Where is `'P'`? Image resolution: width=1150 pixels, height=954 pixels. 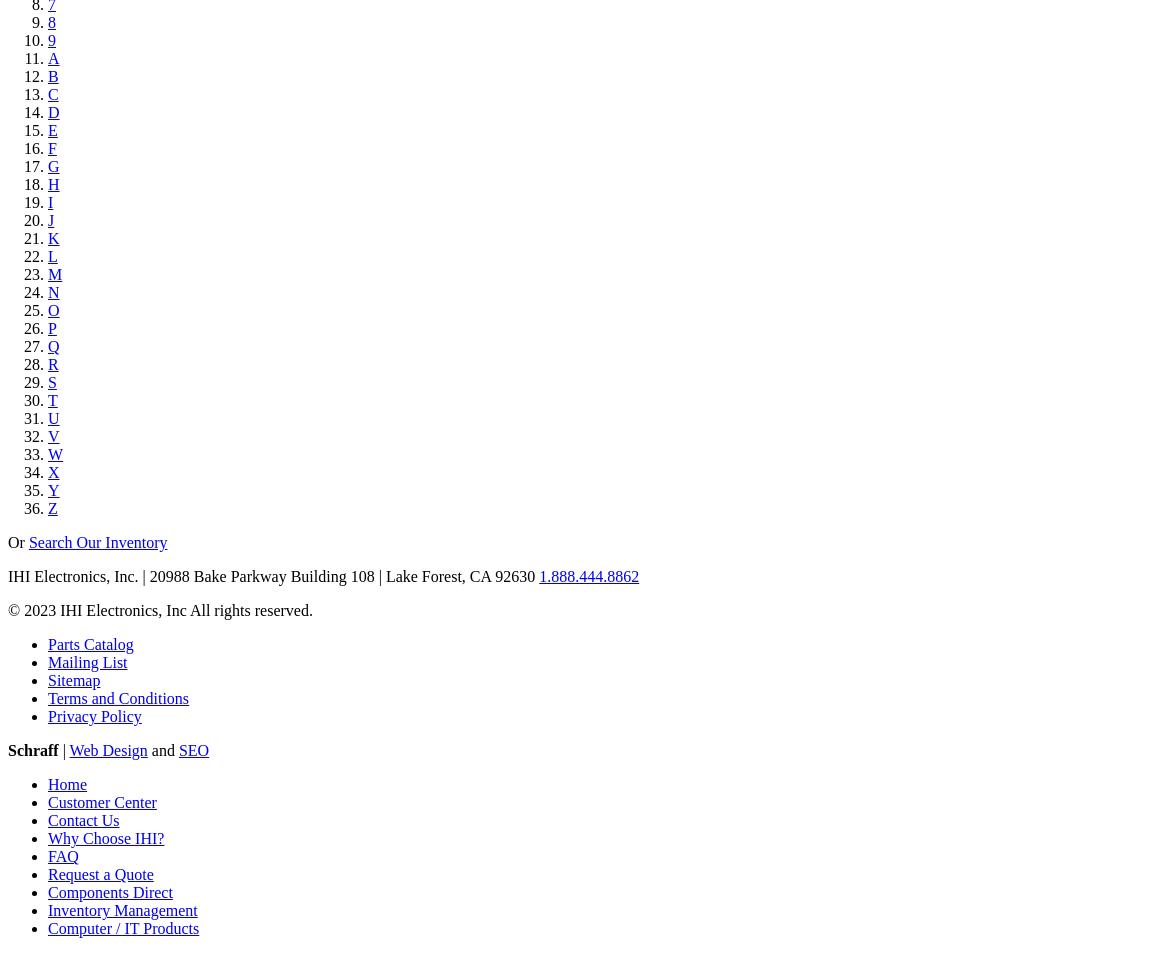
'P' is located at coordinates (50, 328).